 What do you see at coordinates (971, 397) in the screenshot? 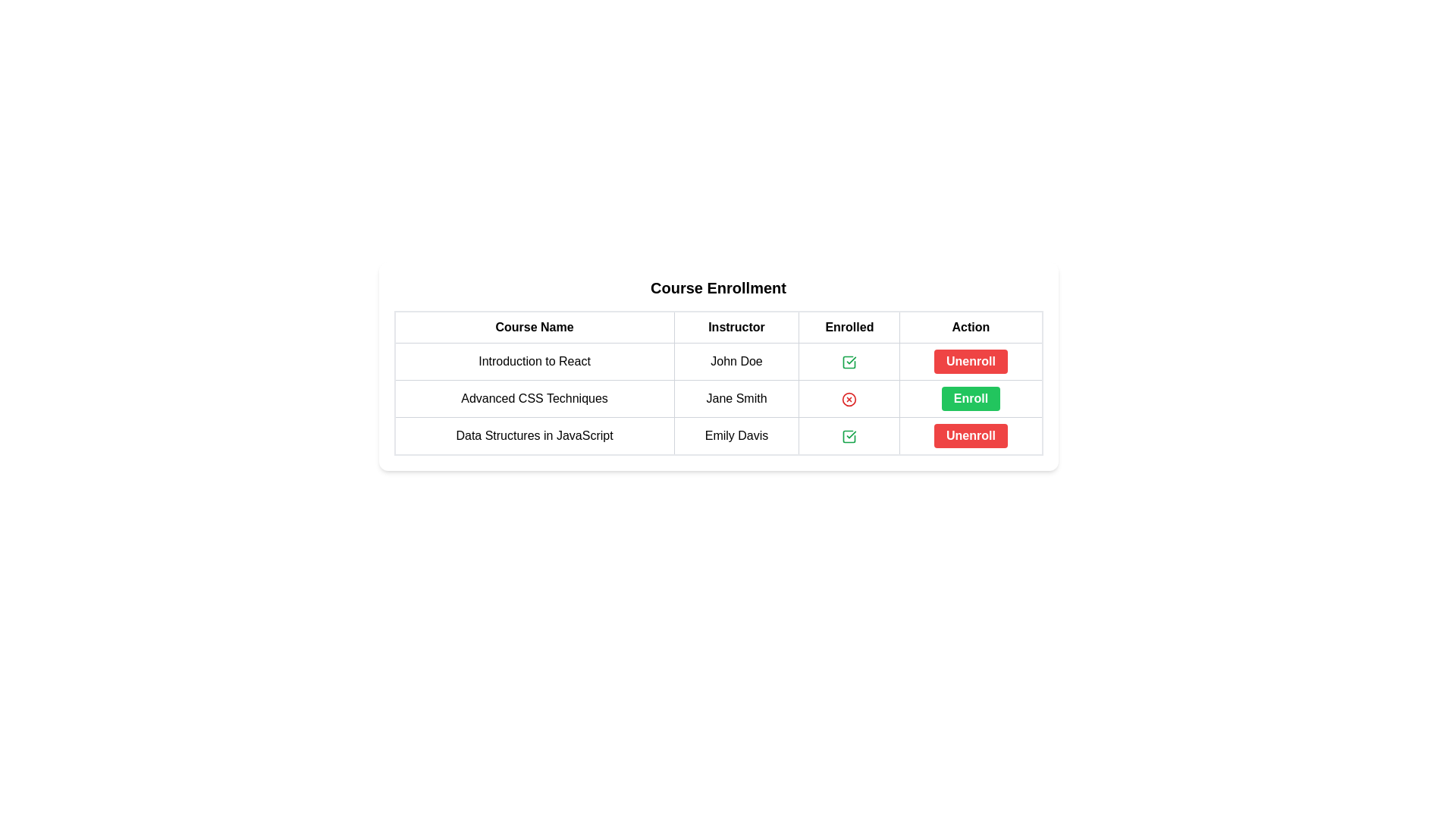
I see `the 'Action' button for the 'Advanced CSS Techniques' course instructed by Jane Smith to enroll in the course` at bounding box center [971, 397].